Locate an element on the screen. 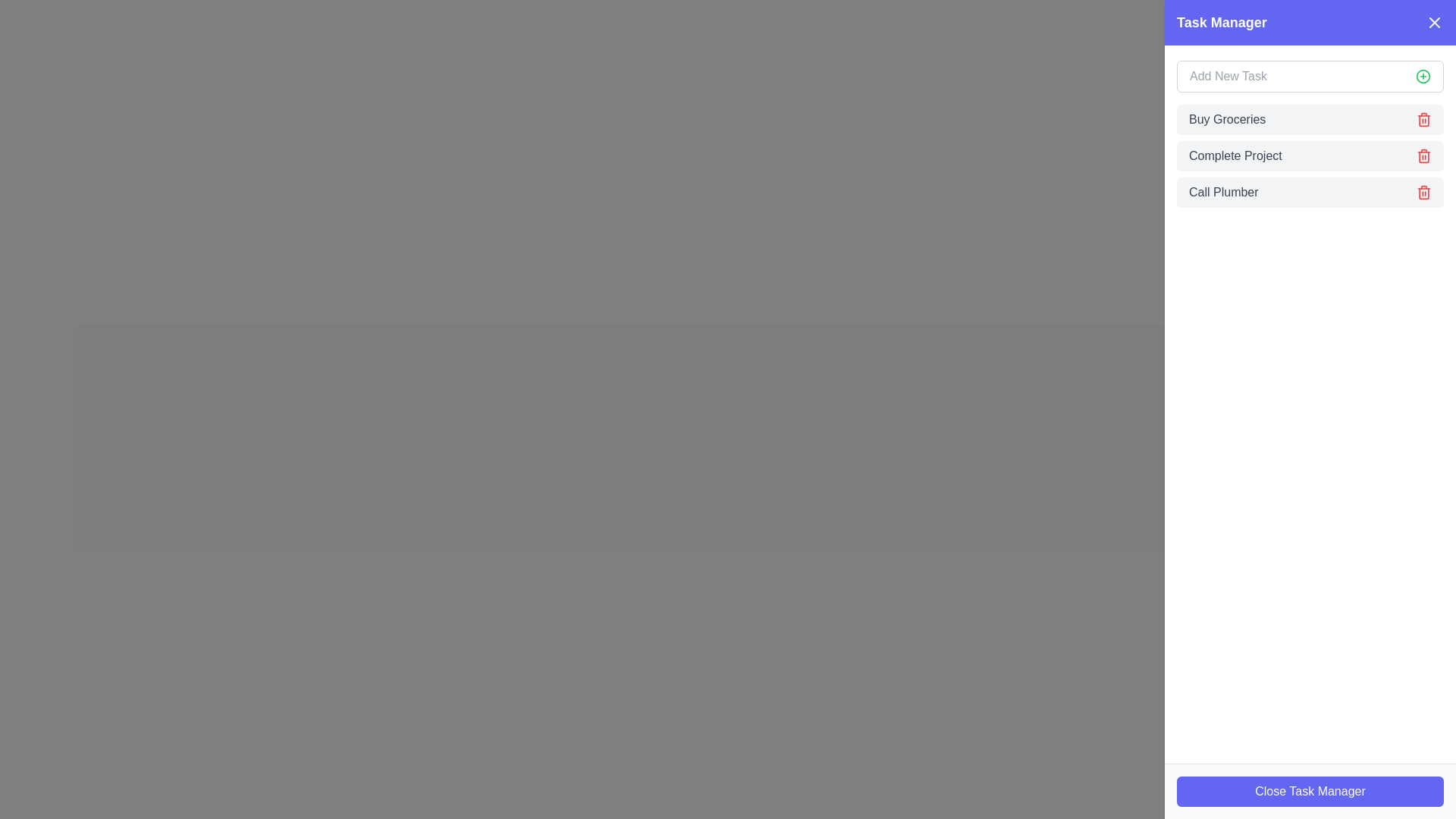  the red trash bin icon representing the deletion action for the task item labeled 'Buy Groceries' is located at coordinates (1423, 119).